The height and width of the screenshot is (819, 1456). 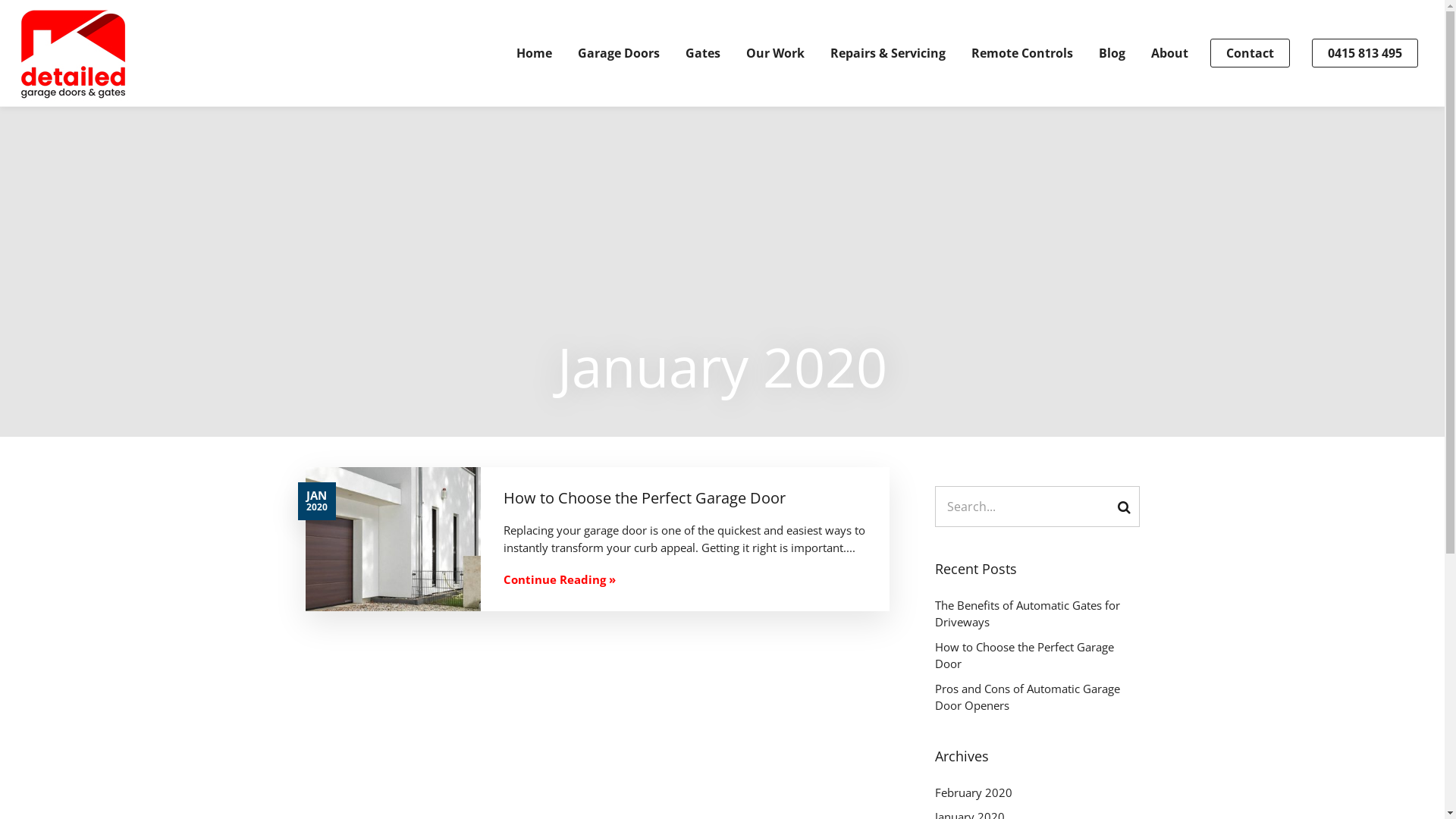 What do you see at coordinates (1250, 52) in the screenshot?
I see `'Contact'` at bounding box center [1250, 52].